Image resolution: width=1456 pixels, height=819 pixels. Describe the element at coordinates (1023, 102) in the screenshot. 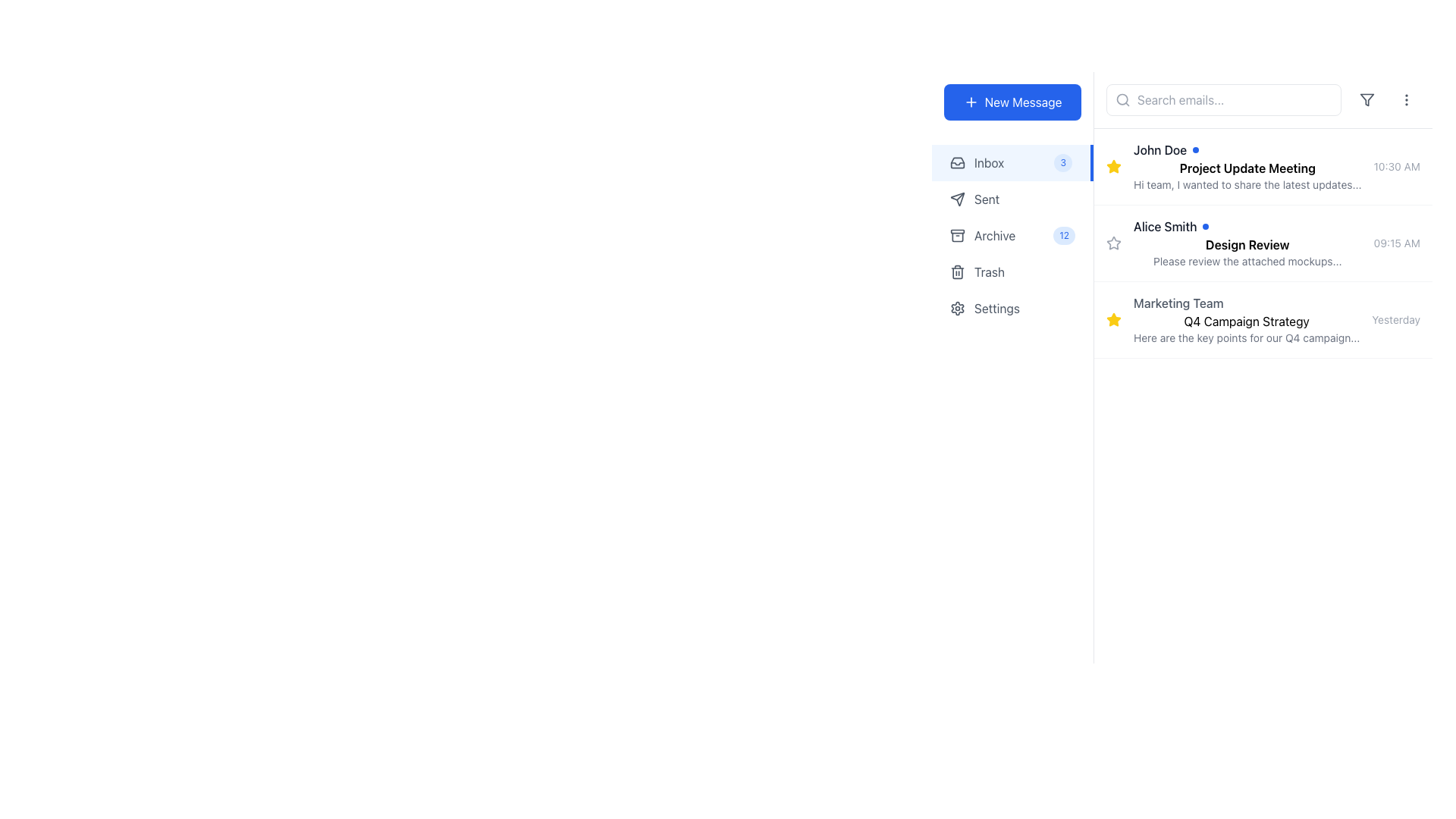

I see `the 'New Message' text label within the button, indicating its purpose to compose a new email or message` at that location.